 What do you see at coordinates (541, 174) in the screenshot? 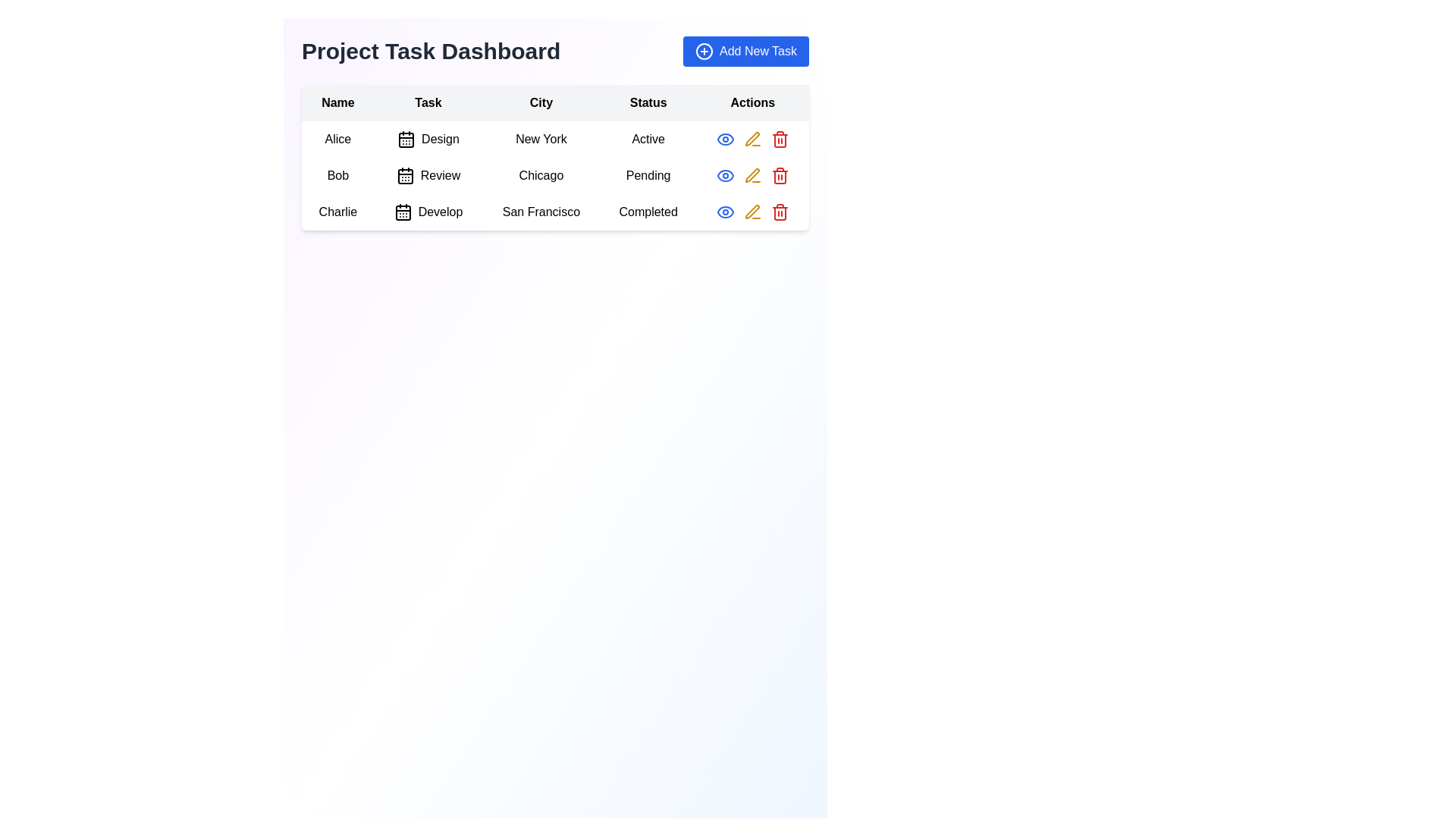
I see `the 'City' label in the second row of the table` at bounding box center [541, 174].